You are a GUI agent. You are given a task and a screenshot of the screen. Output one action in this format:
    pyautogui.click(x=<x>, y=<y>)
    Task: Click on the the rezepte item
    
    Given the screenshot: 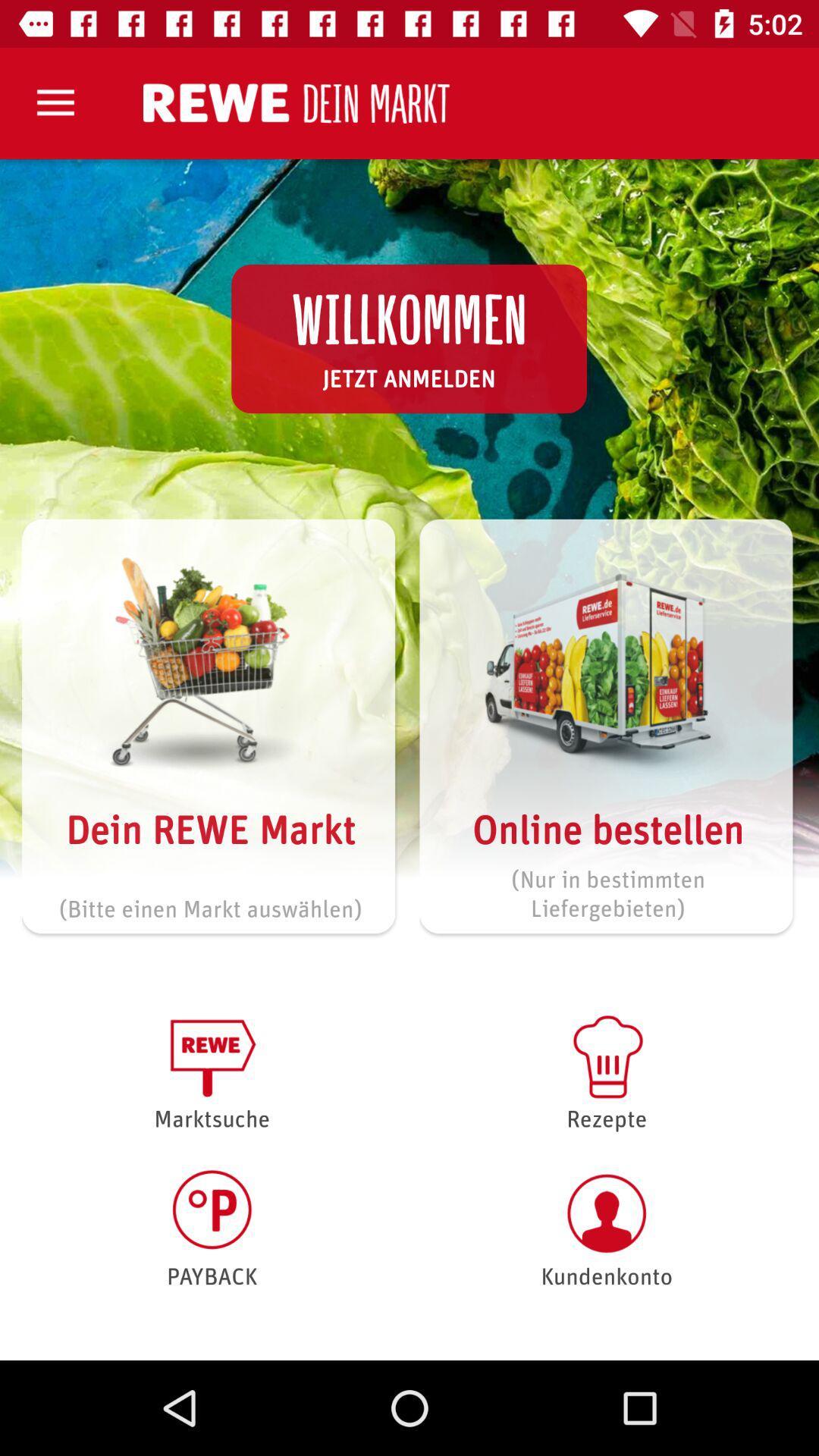 What is the action you would take?
    pyautogui.click(x=606, y=1070)
    